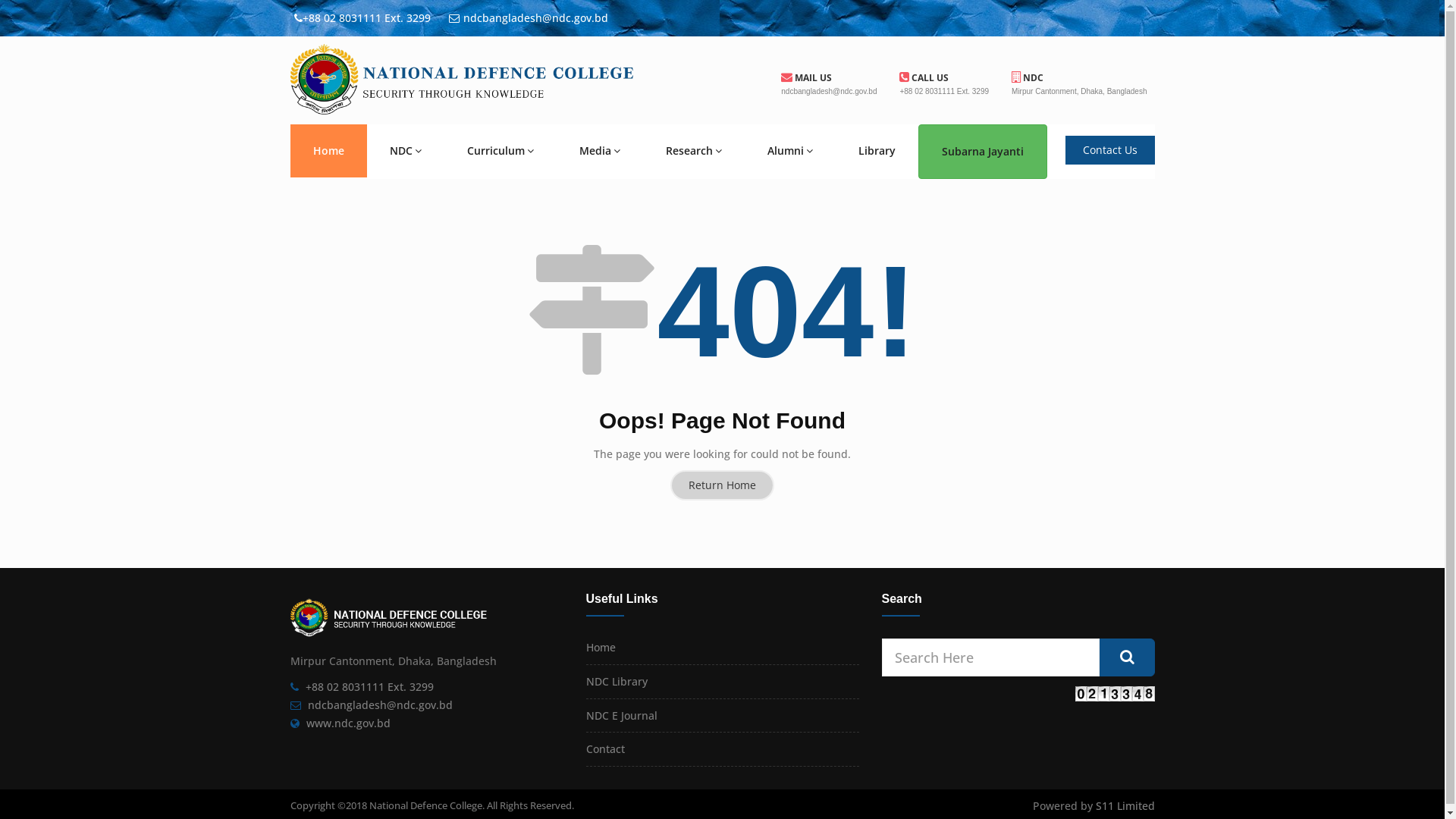 The height and width of the screenshot is (819, 1456). I want to click on 'Subarna Jayanti', so click(982, 152).